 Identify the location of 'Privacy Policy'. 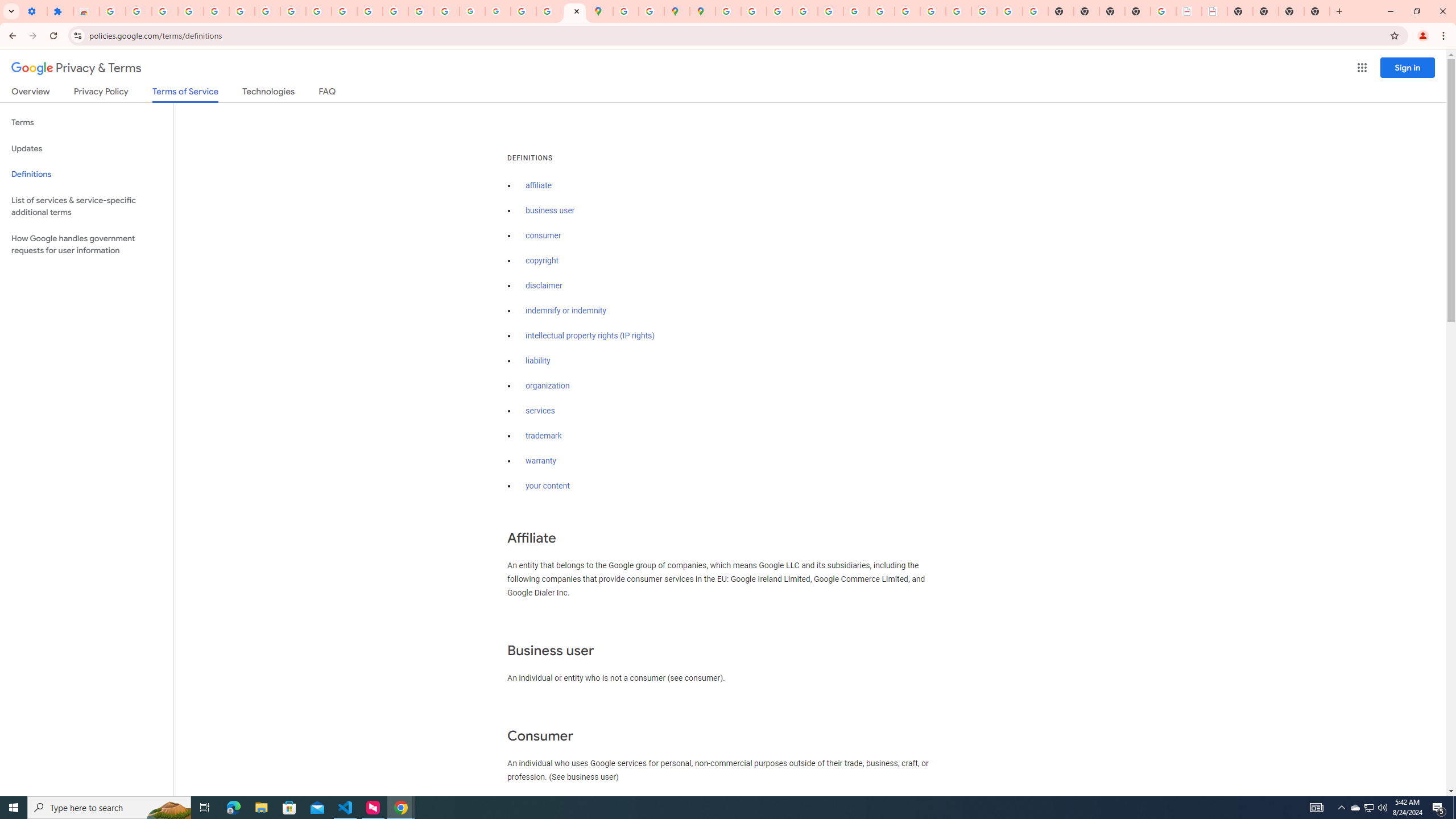
(100, 93).